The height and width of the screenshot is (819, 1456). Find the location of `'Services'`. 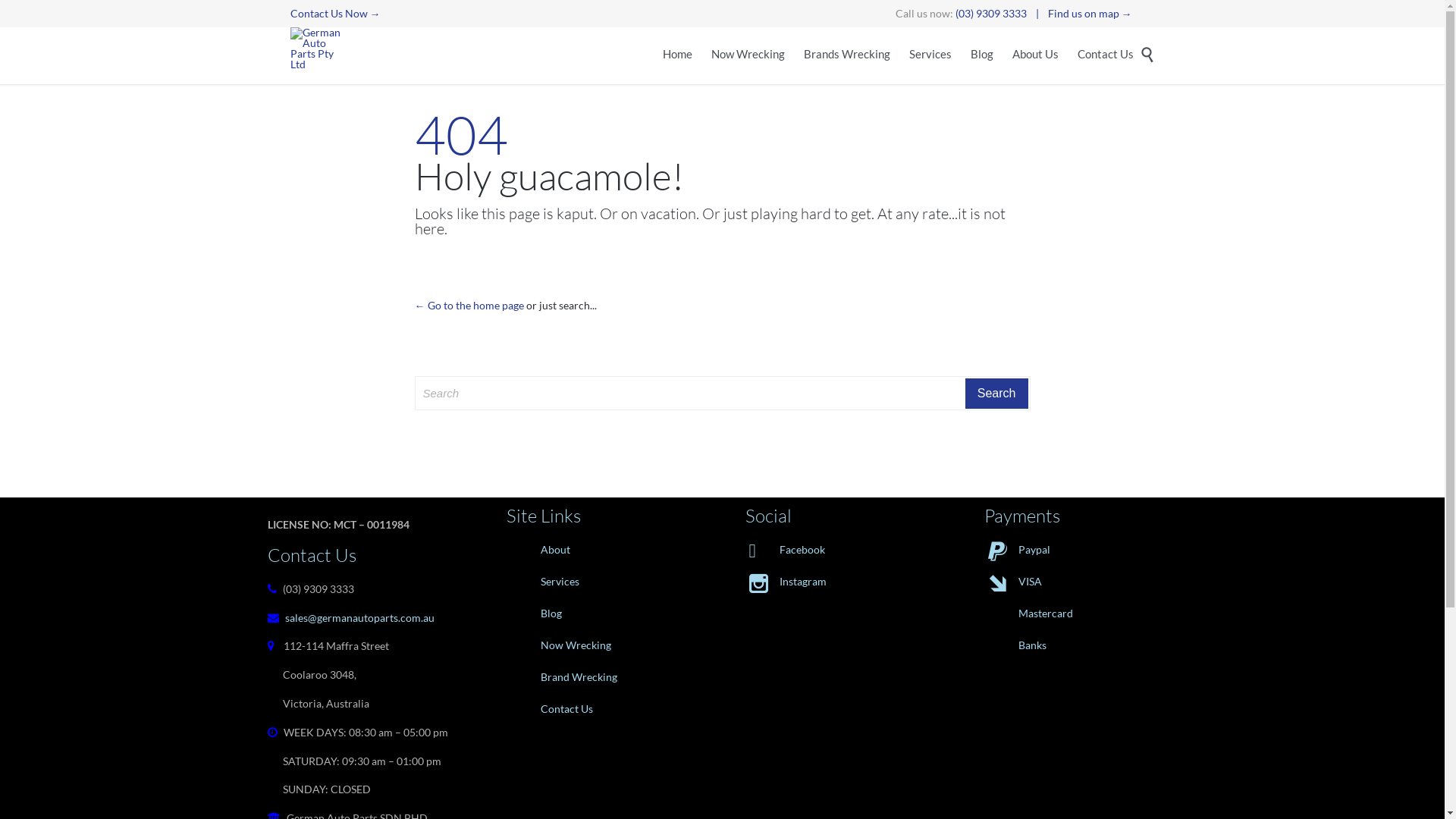

'Services' is located at coordinates (601, 581).